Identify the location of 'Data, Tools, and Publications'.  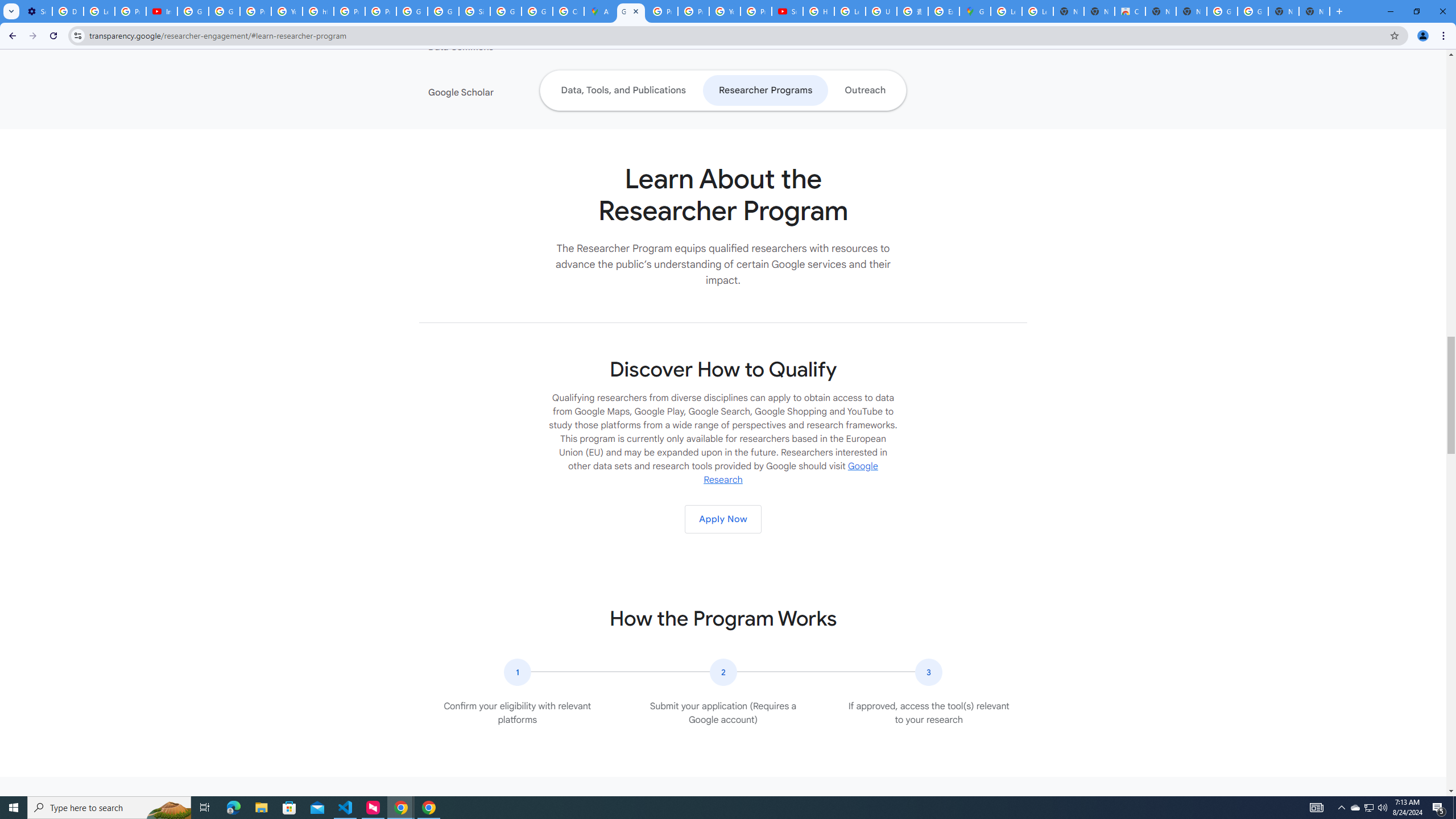
(622, 90).